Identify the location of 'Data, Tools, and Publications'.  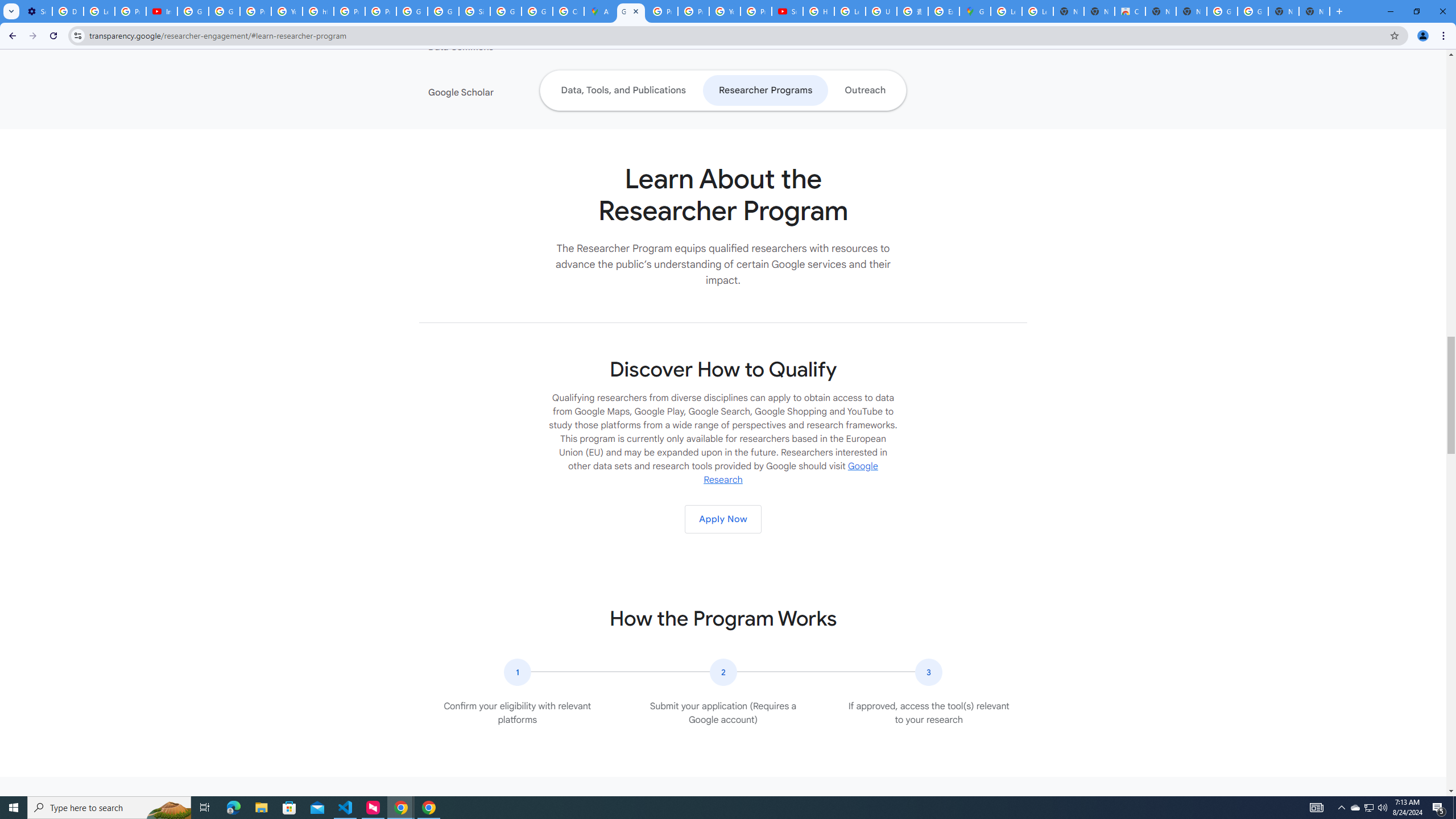
(622, 90).